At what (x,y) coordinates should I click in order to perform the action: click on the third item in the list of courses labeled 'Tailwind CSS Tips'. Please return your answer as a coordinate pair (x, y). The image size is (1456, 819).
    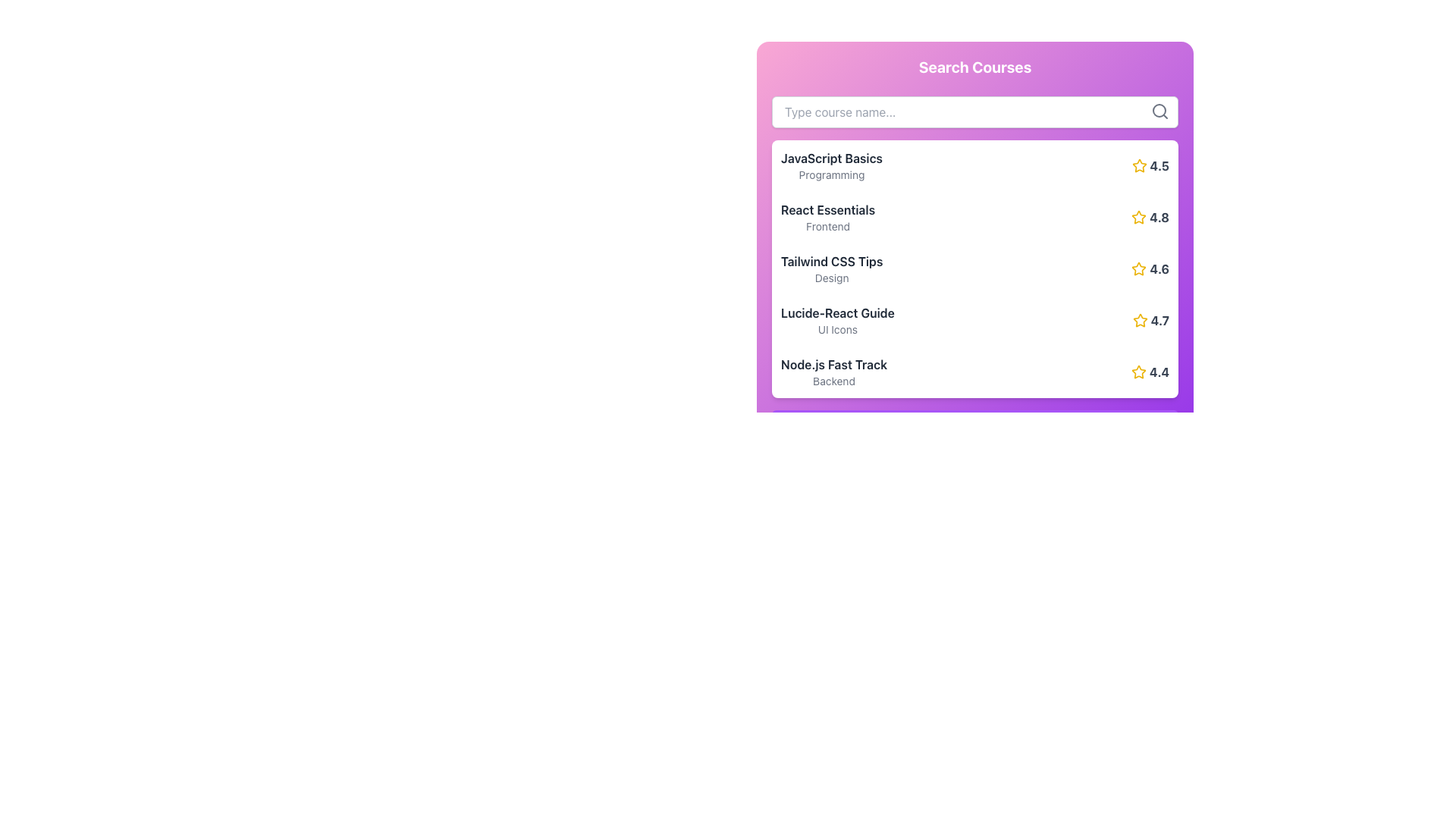
    Looking at the image, I should click on (831, 268).